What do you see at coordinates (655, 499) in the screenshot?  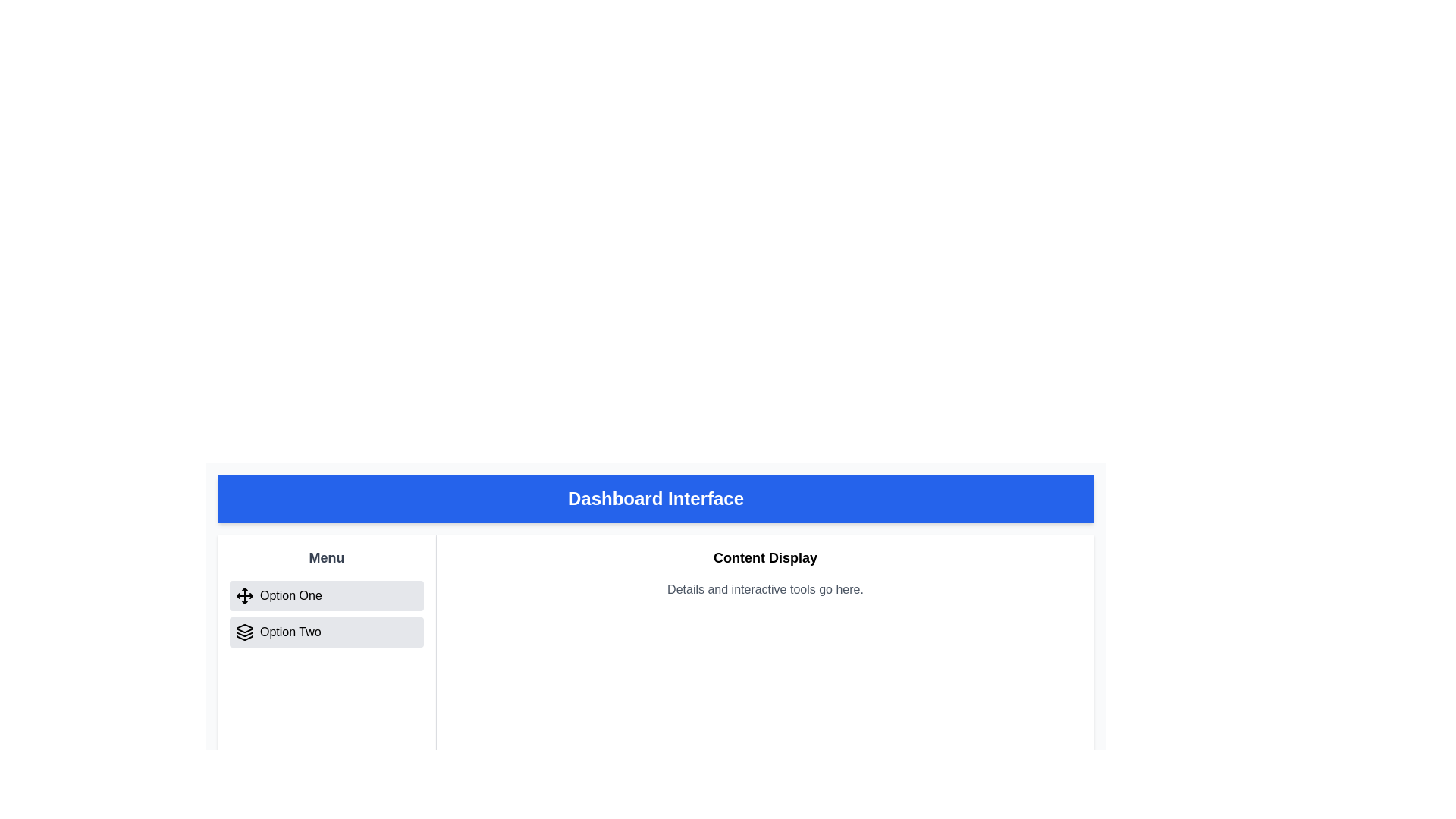 I see `label displaying 'Dashboard Interface' in bold, large white text on a blue background, centrally aligned within the header section` at bounding box center [655, 499].